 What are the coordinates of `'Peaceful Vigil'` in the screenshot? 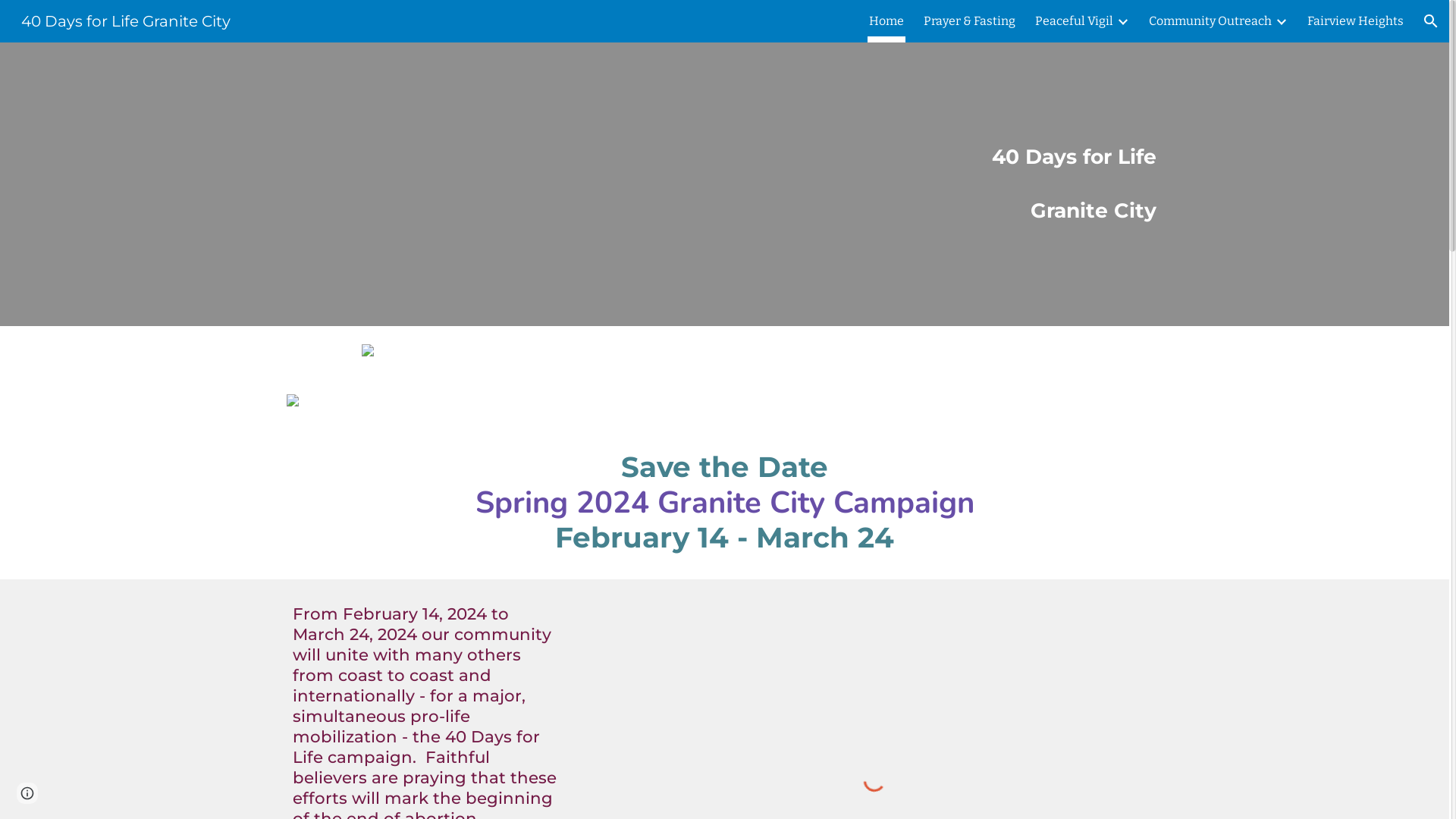 It's located at (1034, 20).